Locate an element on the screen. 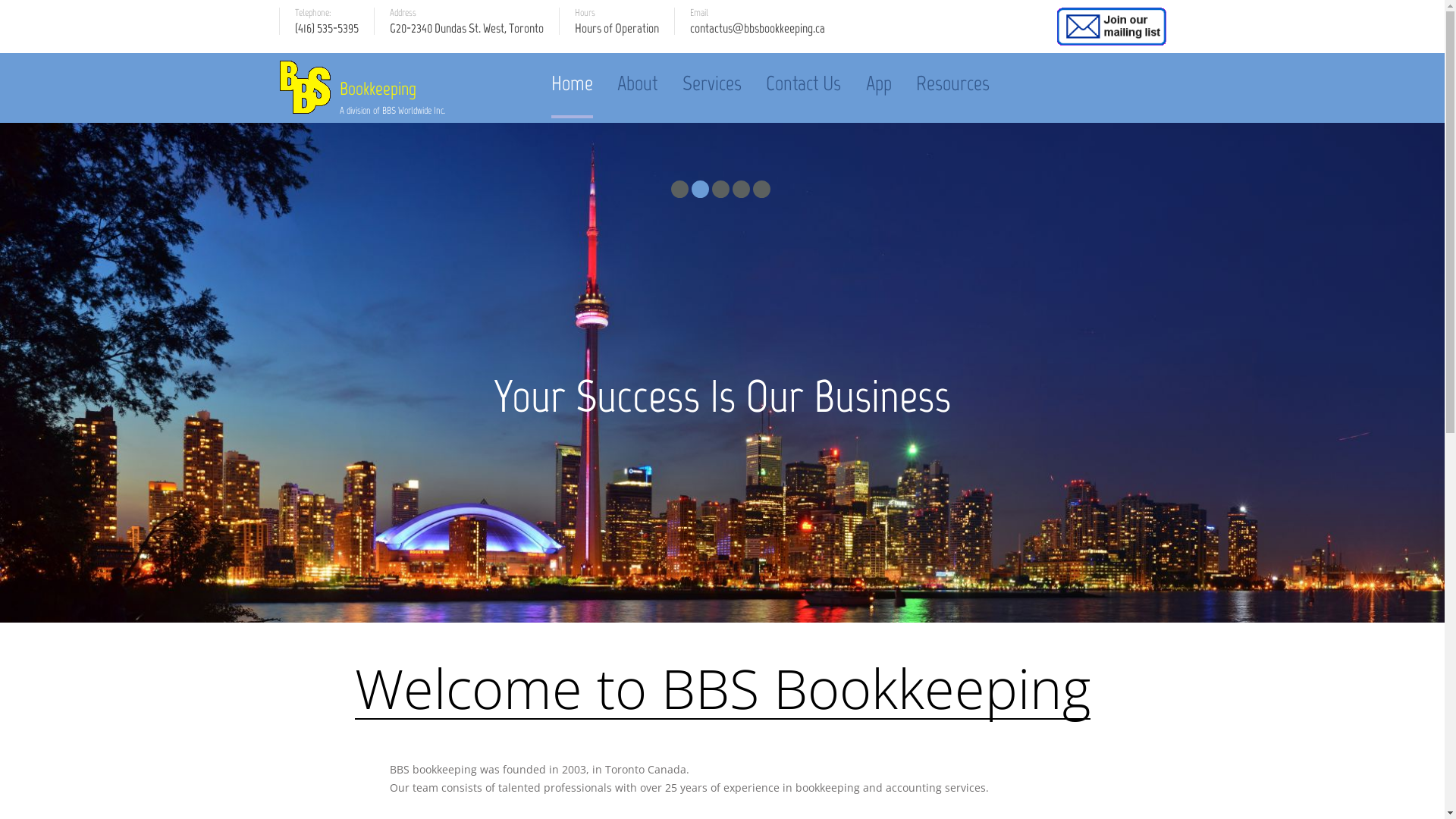  'App' is located at coordinates (878, 83).